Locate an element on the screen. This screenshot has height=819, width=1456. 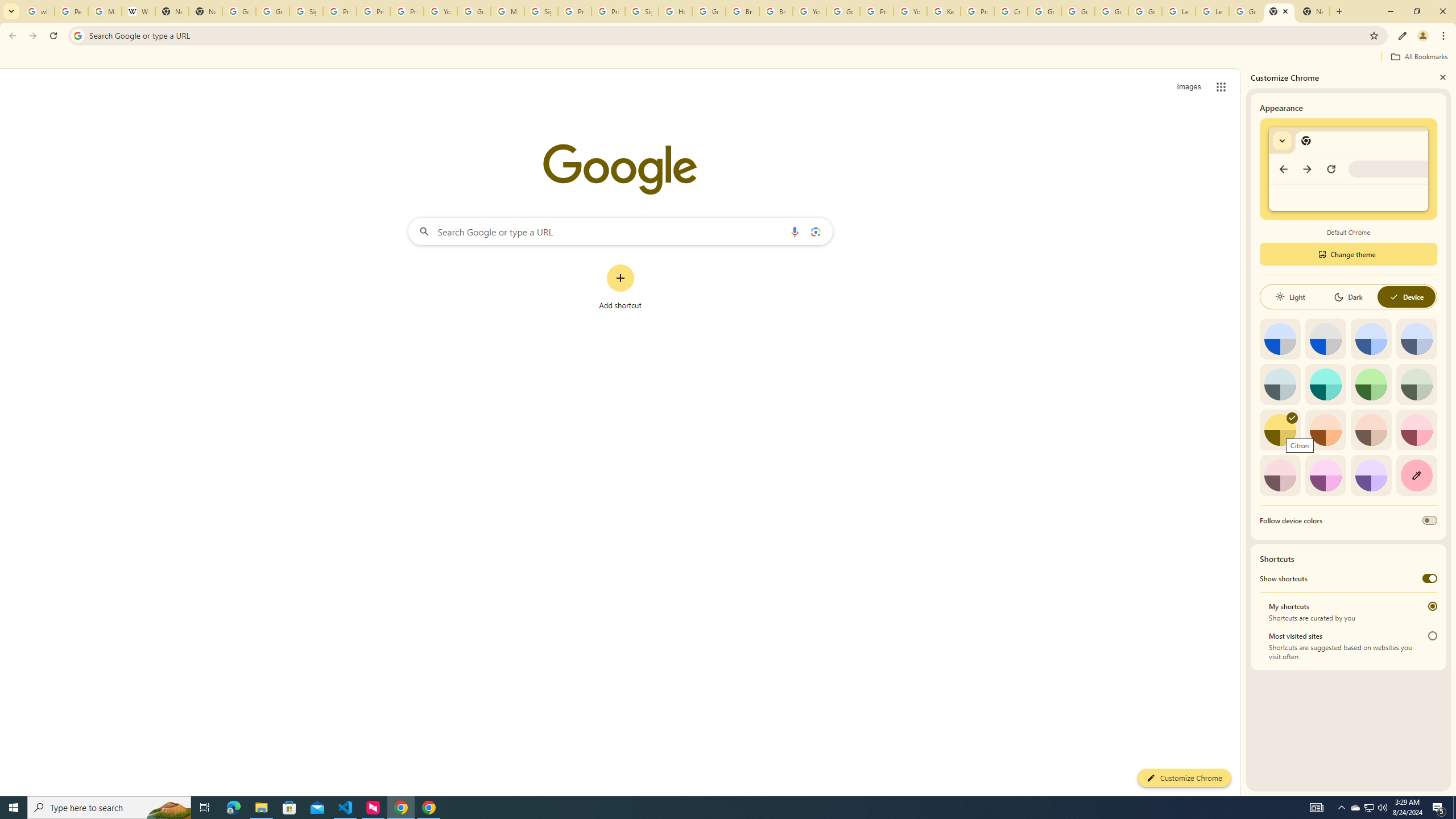
'Apricot' is located at coordinates (1371, 429).